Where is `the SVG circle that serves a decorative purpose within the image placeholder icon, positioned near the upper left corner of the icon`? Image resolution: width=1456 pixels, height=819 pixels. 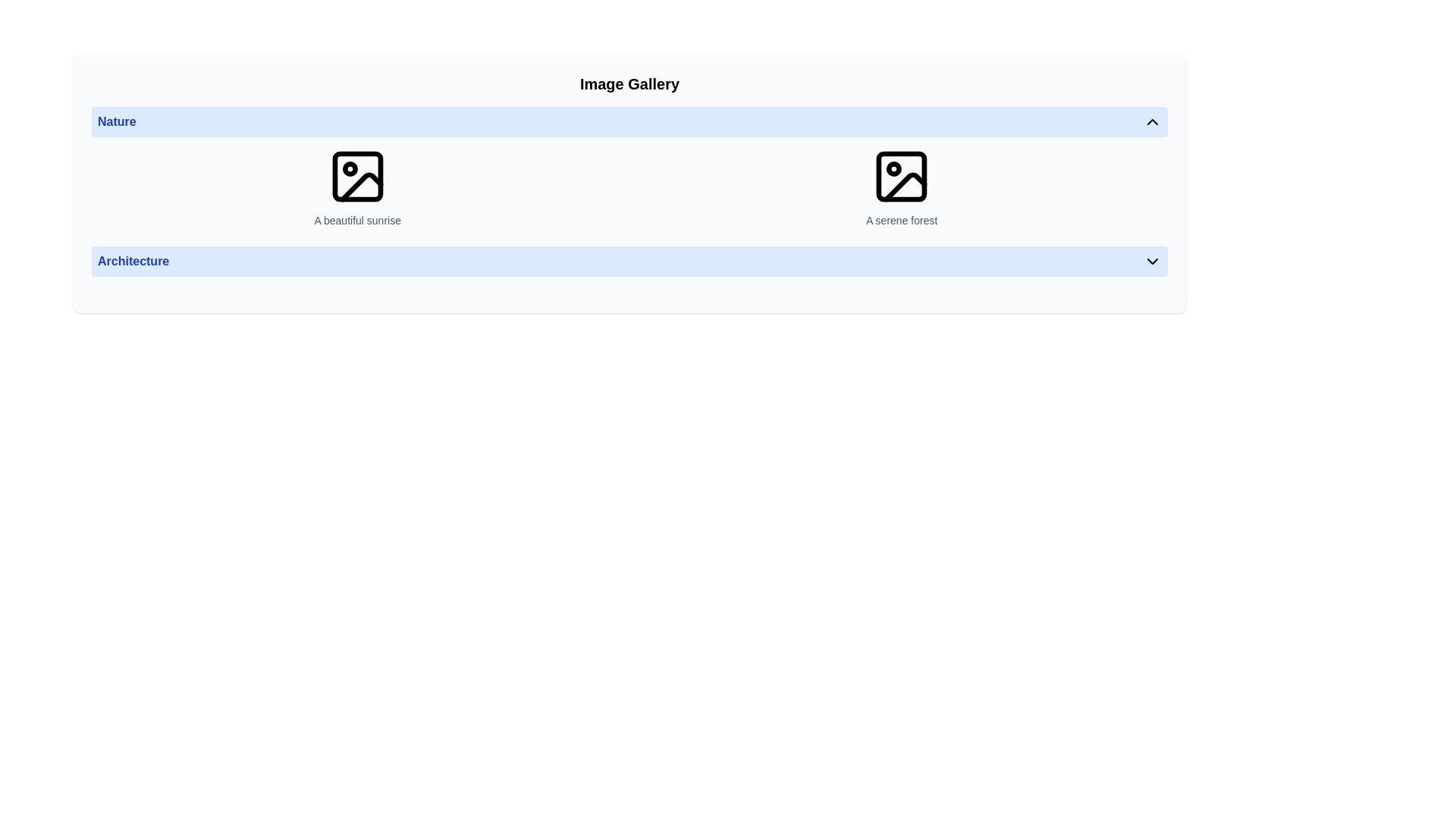
the SVG circle that serves a decorative purpose within the image placeholder icon, positioned near the upper left corner of the icon is located at coordinates (349, 169).